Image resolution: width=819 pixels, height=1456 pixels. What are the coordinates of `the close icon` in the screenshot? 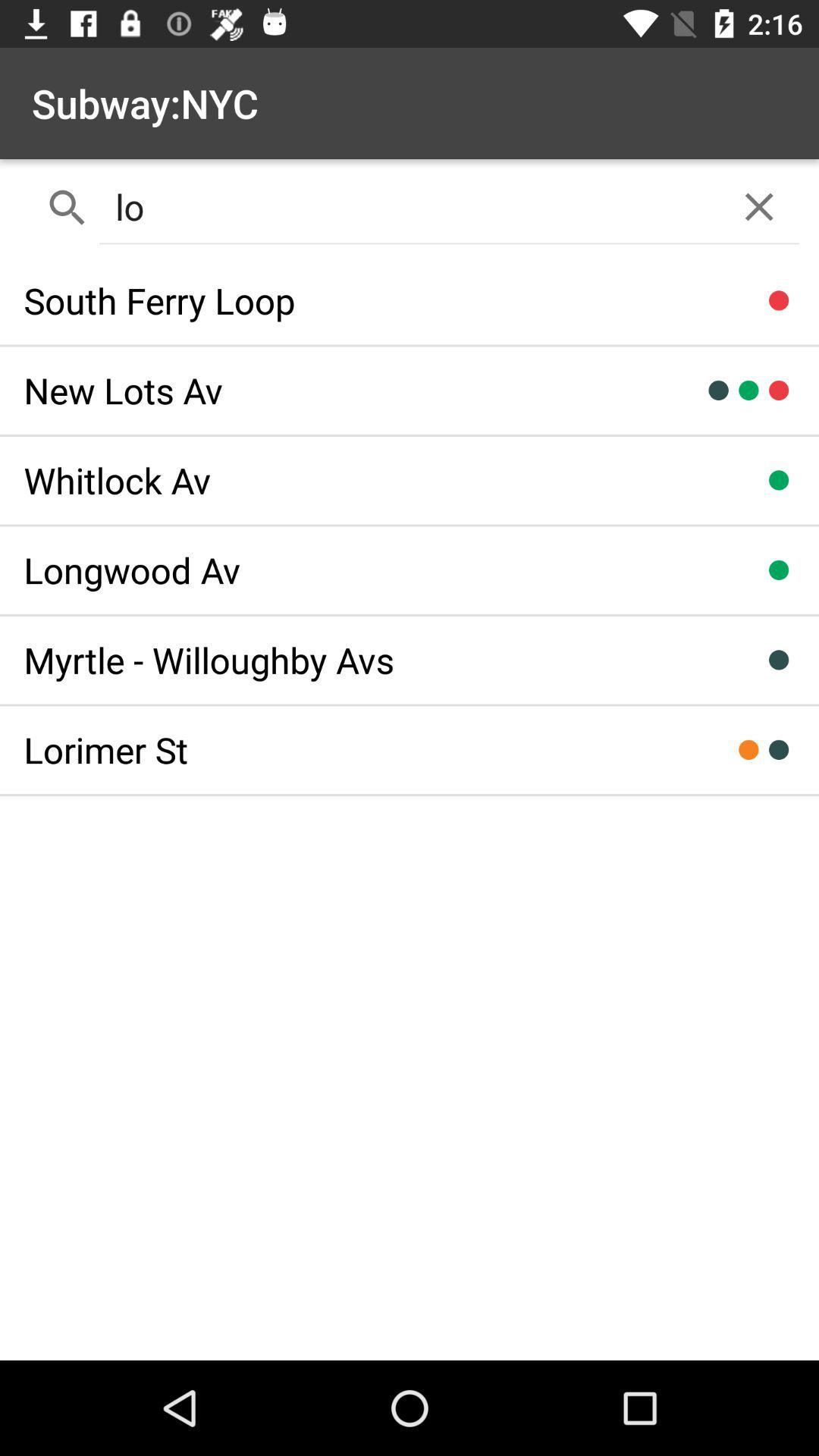 It's located at (759, 206).